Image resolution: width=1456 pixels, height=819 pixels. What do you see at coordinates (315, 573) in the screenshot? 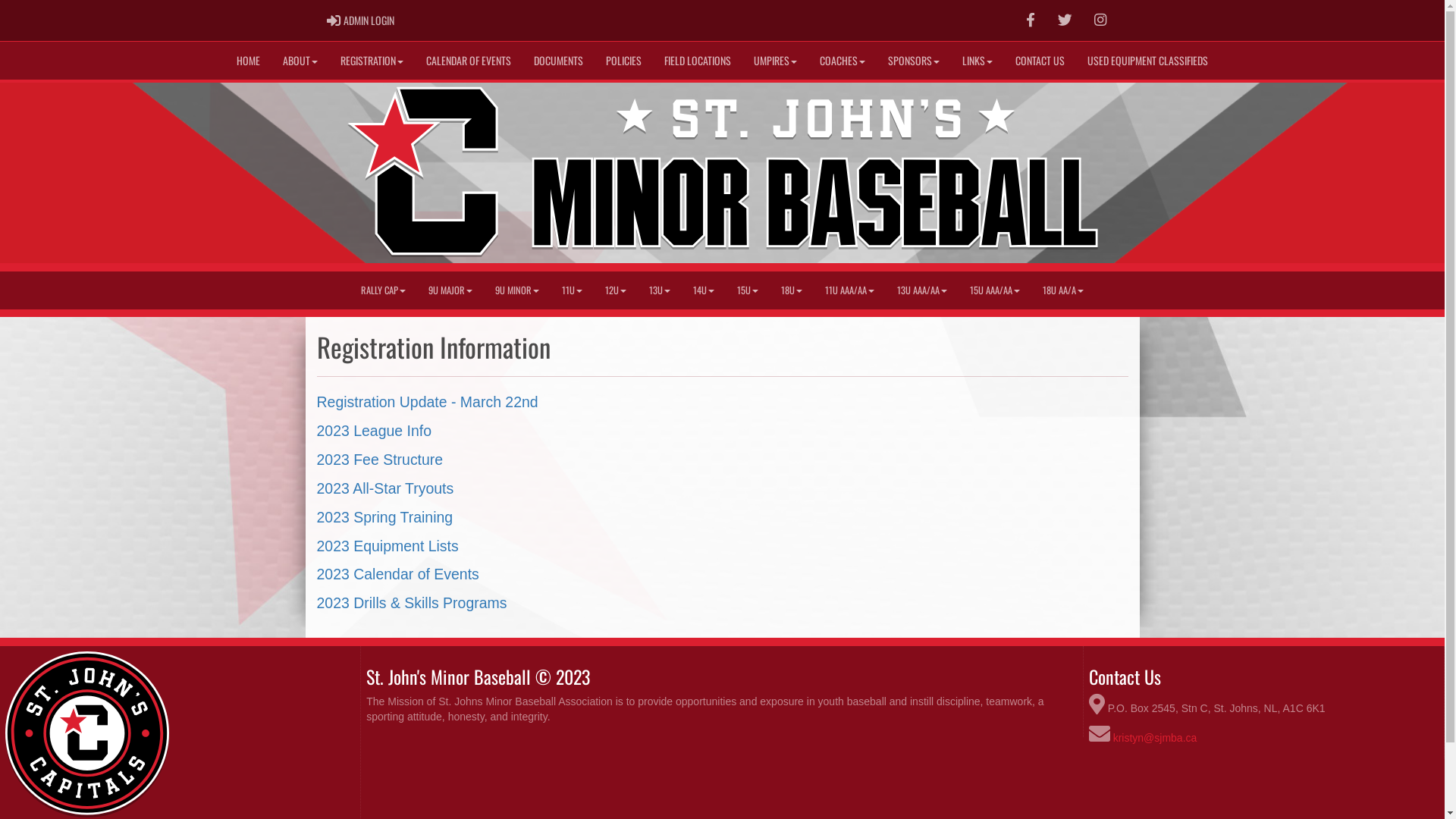
I see `'2023 Calendar of Events'` at bounding box center [315, 573].